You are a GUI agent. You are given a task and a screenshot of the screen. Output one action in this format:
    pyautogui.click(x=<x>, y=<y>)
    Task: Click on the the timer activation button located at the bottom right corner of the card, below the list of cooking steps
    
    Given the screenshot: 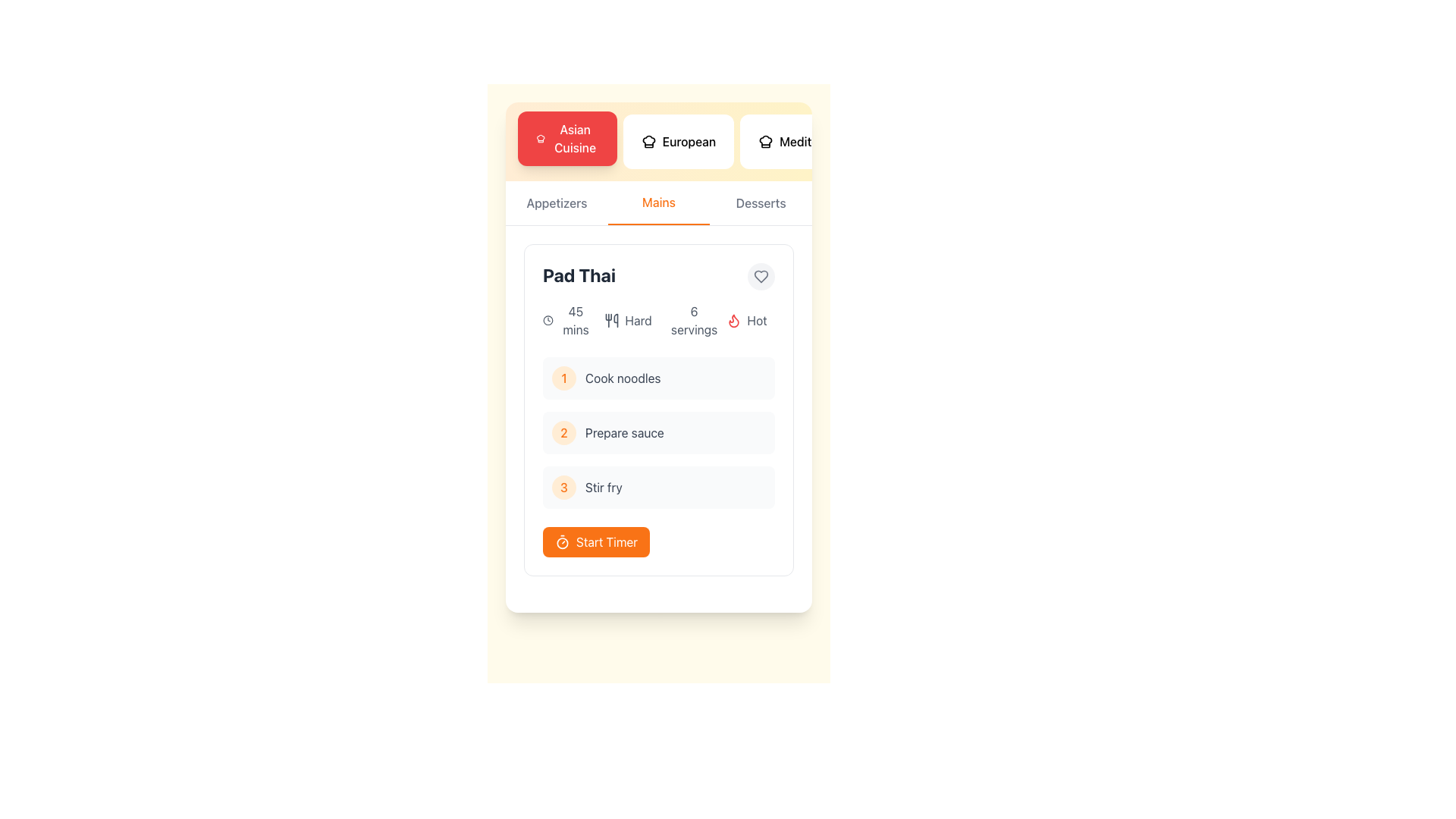 What is the action you would take?
    pyautogui.click(x=595, y=541)
    